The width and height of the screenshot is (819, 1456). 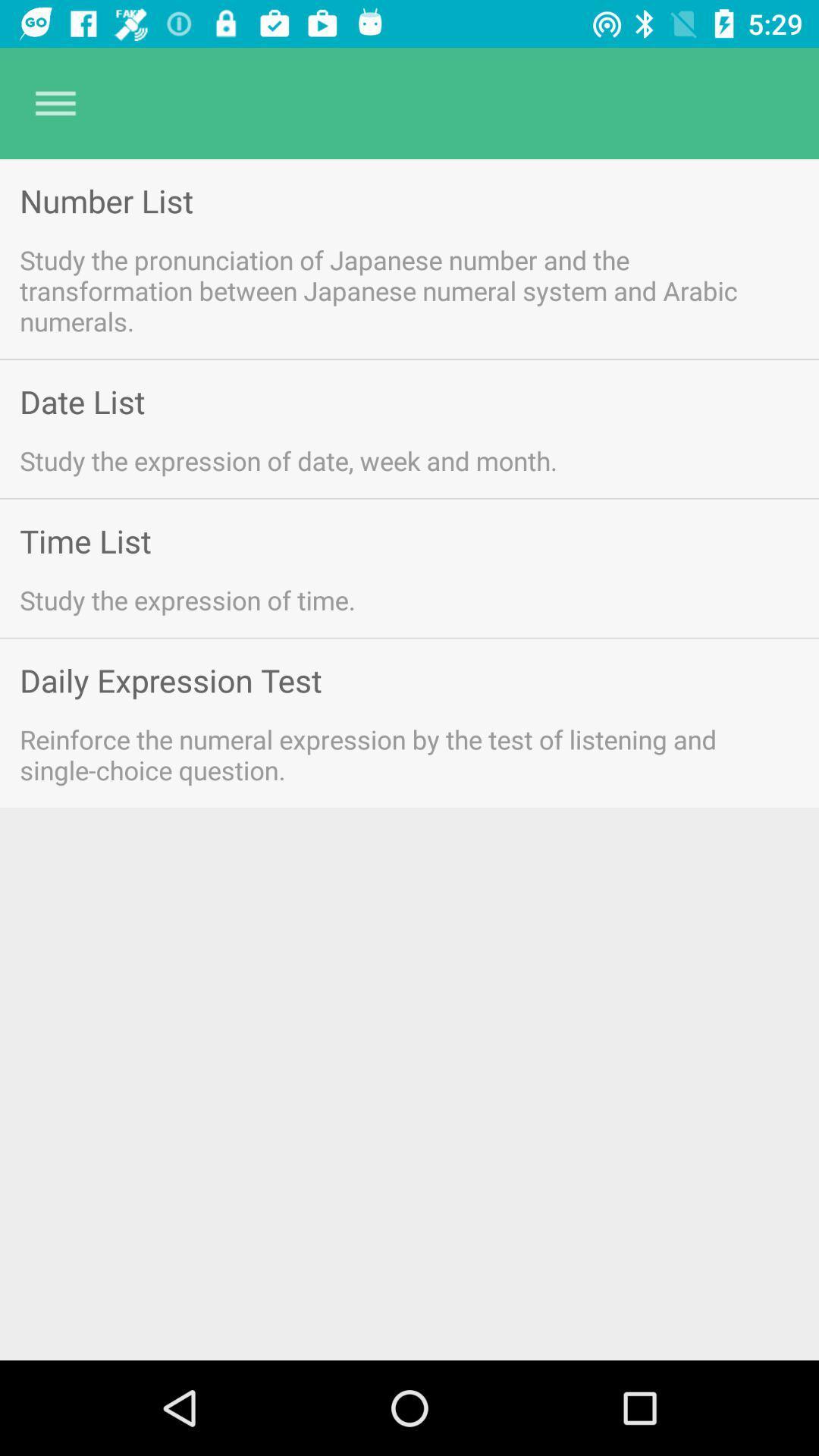 What do you see at coordinates (105, 199) in the screenshot?
I see `number list app` at bounding box center [105, 199].